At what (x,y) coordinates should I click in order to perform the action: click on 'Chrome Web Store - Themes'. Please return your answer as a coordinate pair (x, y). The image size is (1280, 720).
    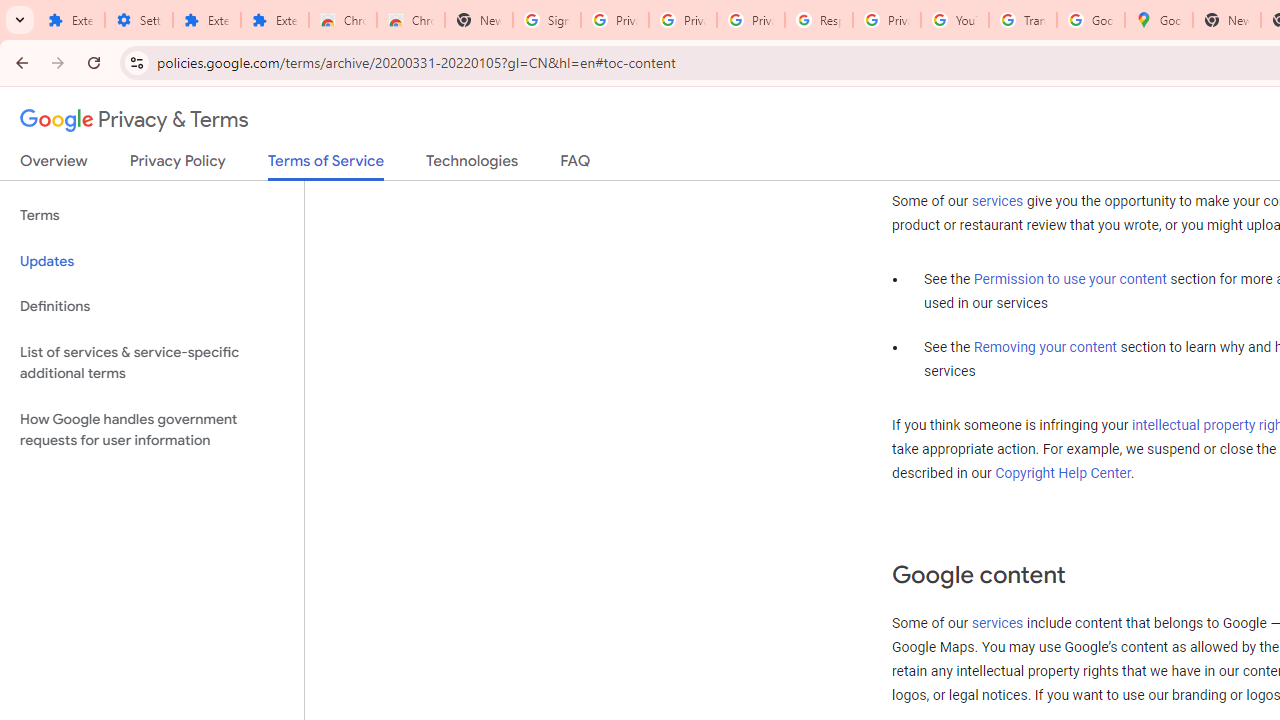
    Looking at the image, I should click on (410, 20).